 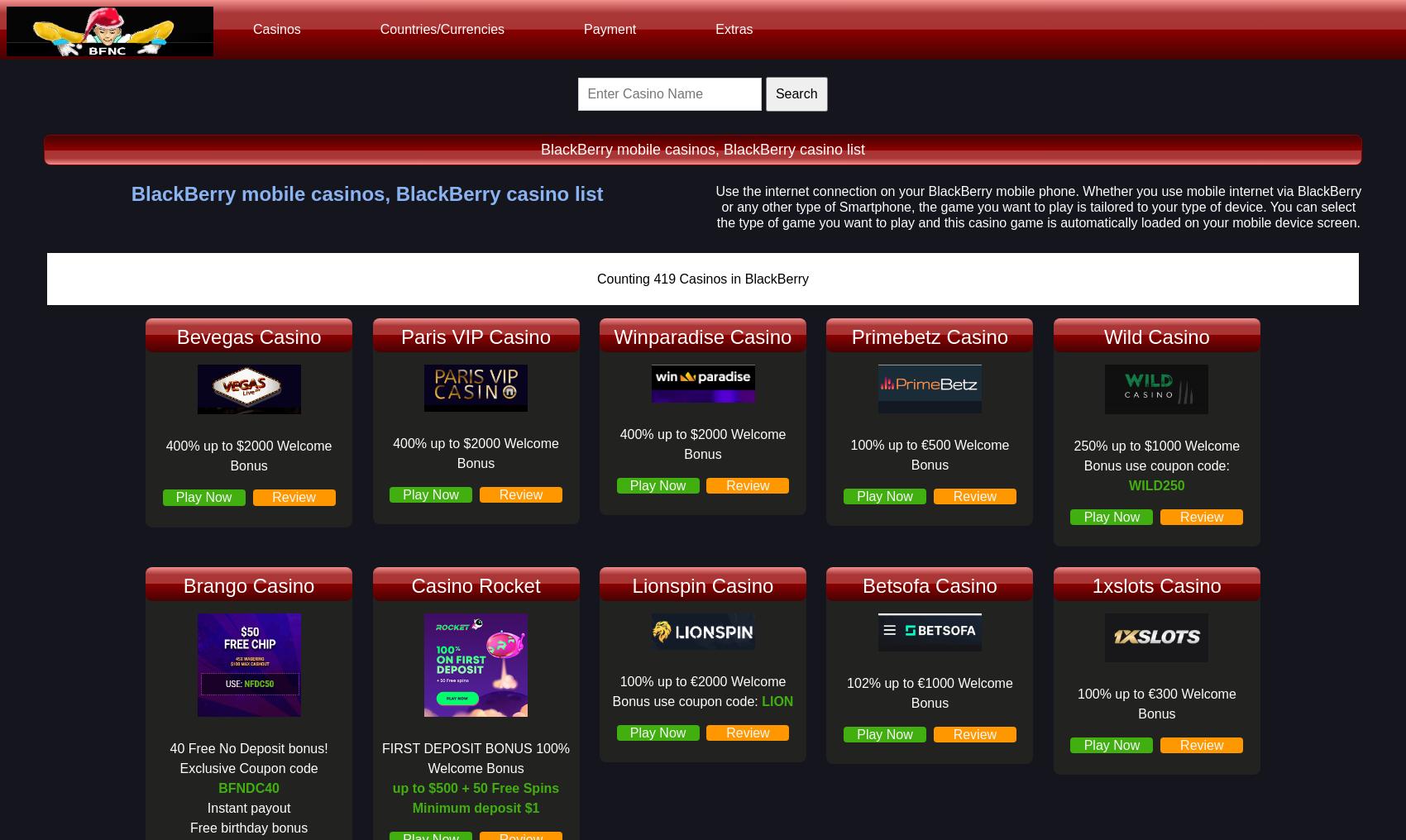 I want to click on 'Casino Rocket', so click(x=411, y=585).